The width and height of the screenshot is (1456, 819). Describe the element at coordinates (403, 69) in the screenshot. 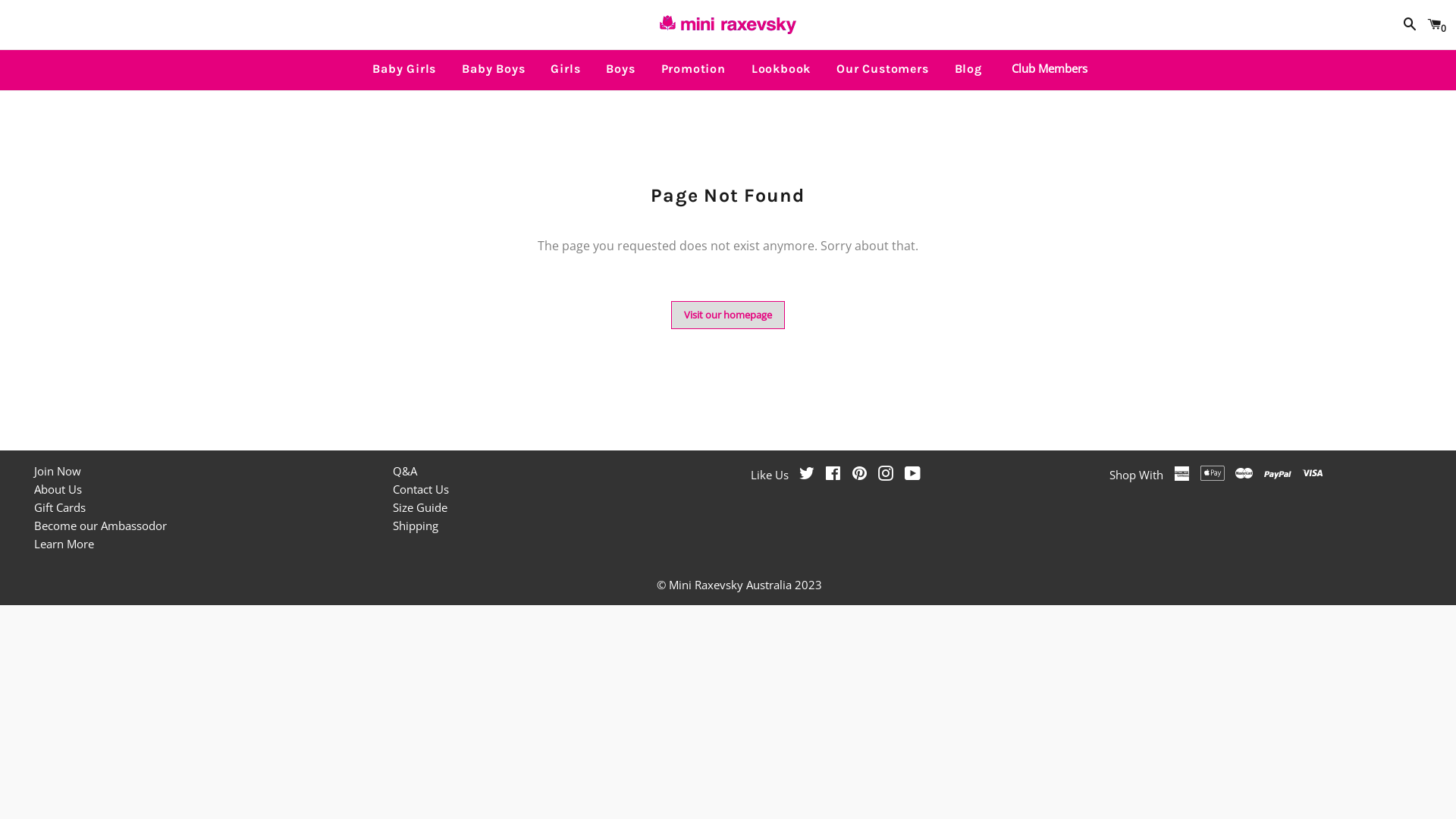

I see `'Baby Girls'` at that location.